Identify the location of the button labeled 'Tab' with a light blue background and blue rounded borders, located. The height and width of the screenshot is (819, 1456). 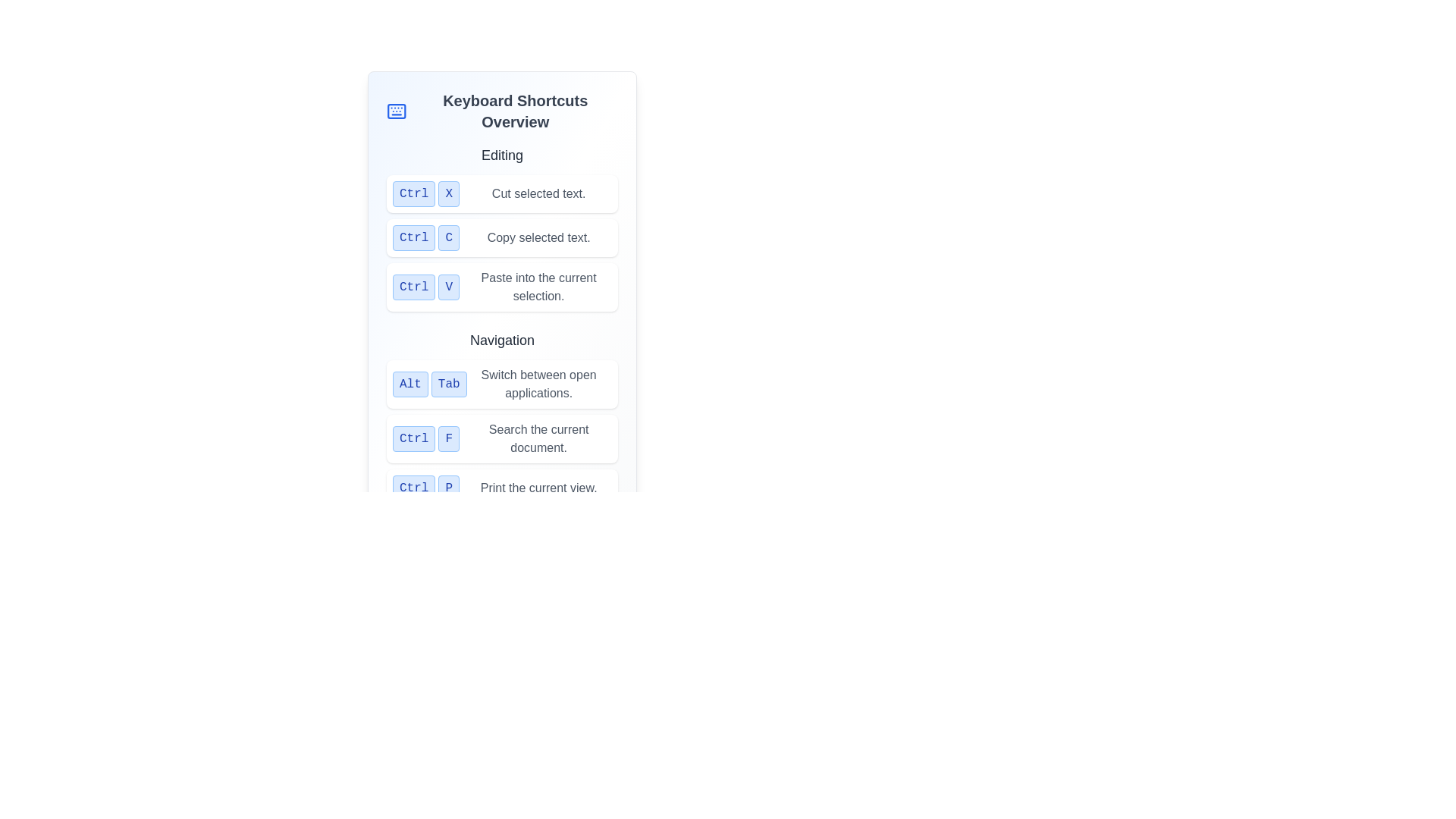
(447, 383).